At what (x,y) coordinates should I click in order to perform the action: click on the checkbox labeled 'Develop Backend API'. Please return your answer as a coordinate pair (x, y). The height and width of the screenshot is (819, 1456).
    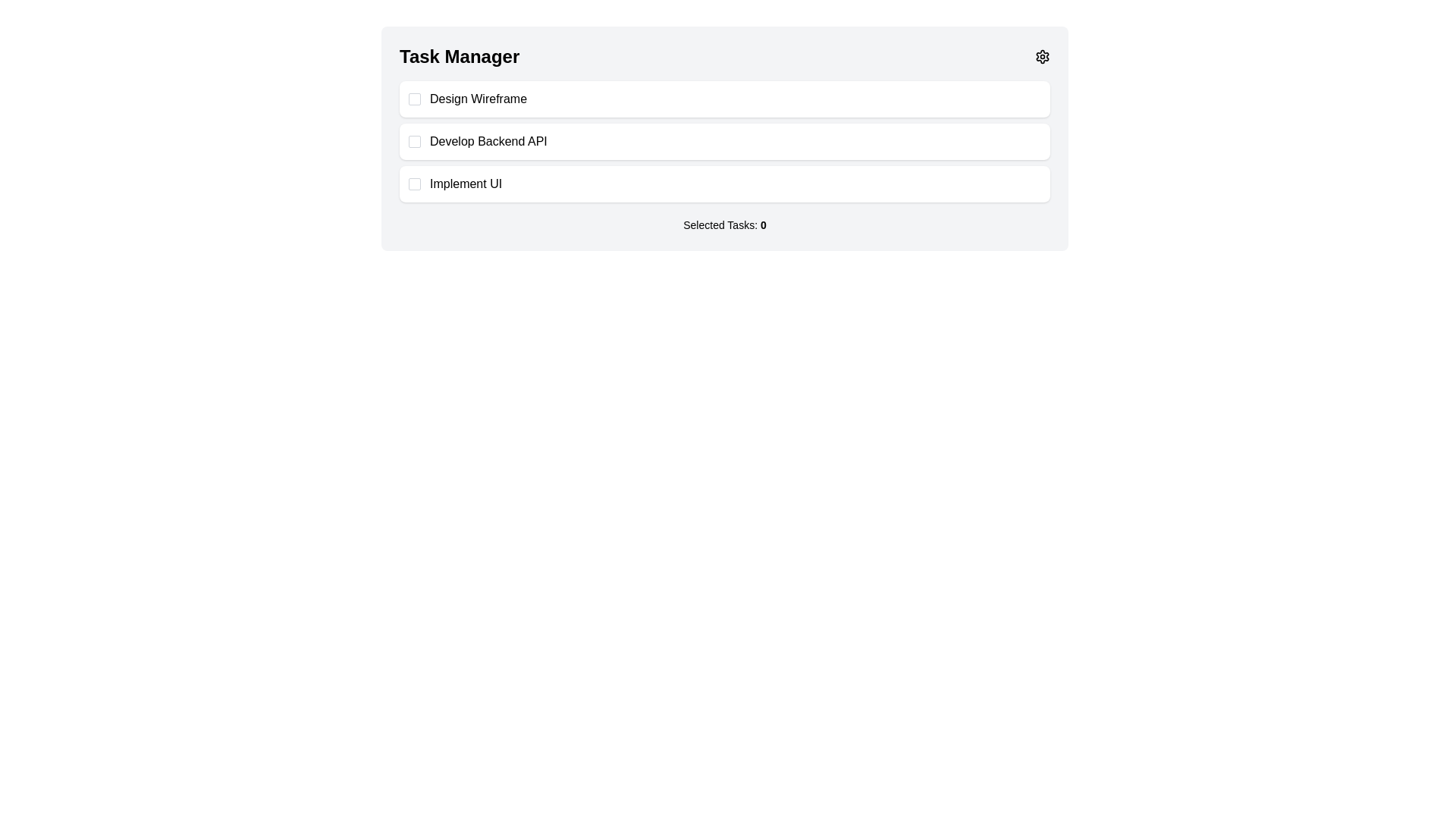
    Looking at the image, I should click on (723, 141).